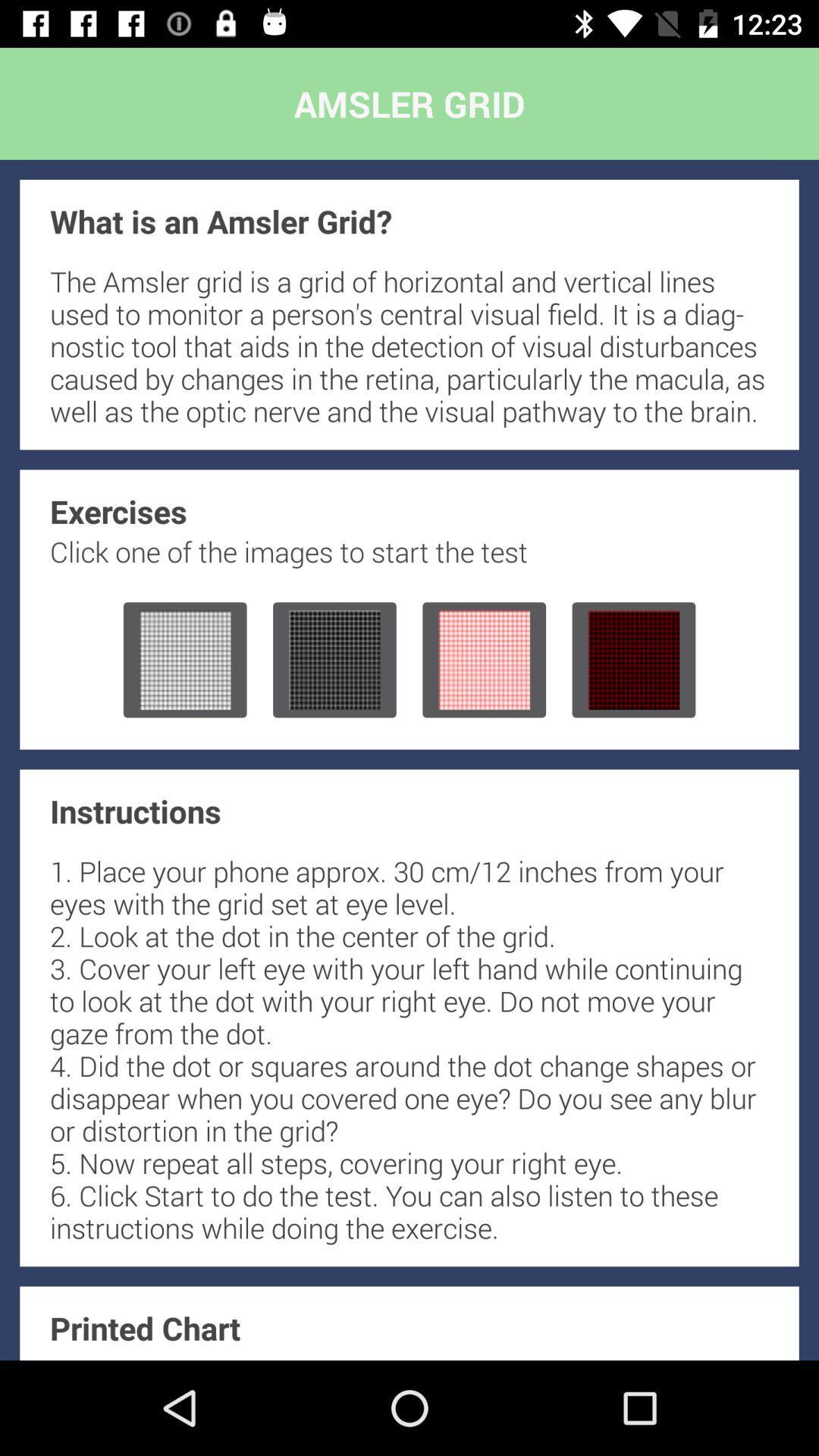  I want to click on choose grid for test, so click(184, 660).